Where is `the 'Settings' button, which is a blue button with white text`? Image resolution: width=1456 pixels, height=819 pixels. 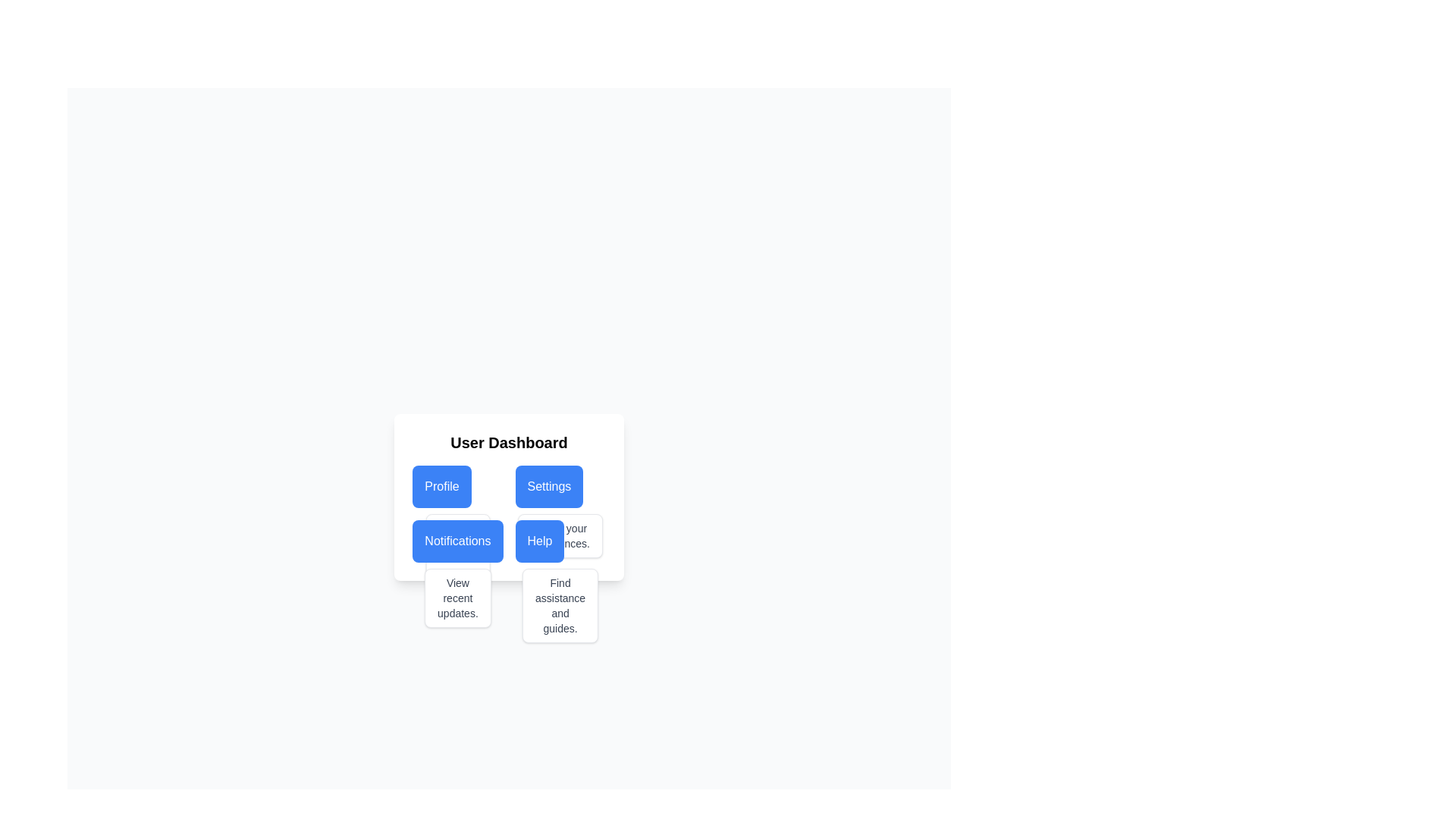
the 'Settings' button, which is a blue button with white text is located at coordinates (548, 486).